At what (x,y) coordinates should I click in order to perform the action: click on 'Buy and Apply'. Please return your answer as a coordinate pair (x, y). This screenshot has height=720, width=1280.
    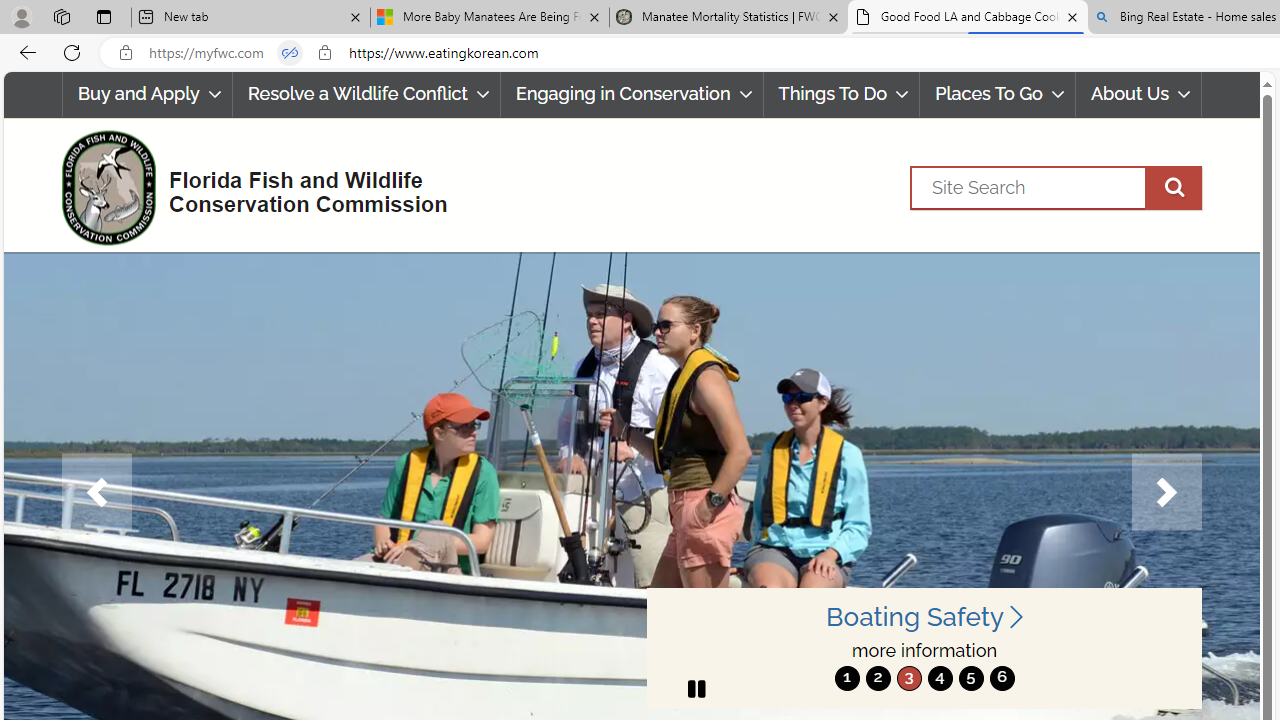
    Looking at the image, I should click on (146, 94).